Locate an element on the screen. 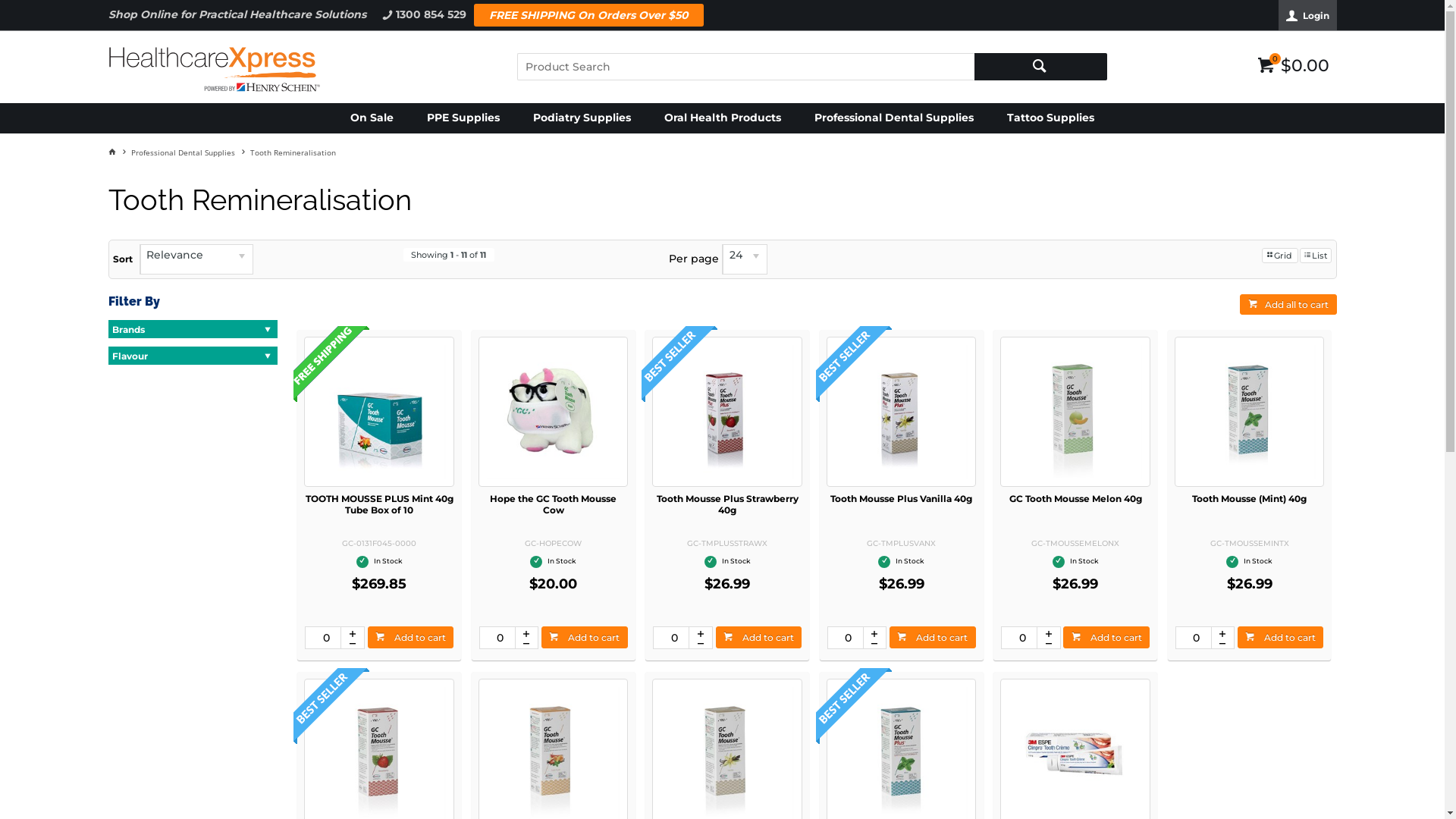 This screenshot has height=819, width=1456. 'TOOTH MOUSSE PLUS Mint 40g Tube Box of 10' is located at coordinates (379, 504).